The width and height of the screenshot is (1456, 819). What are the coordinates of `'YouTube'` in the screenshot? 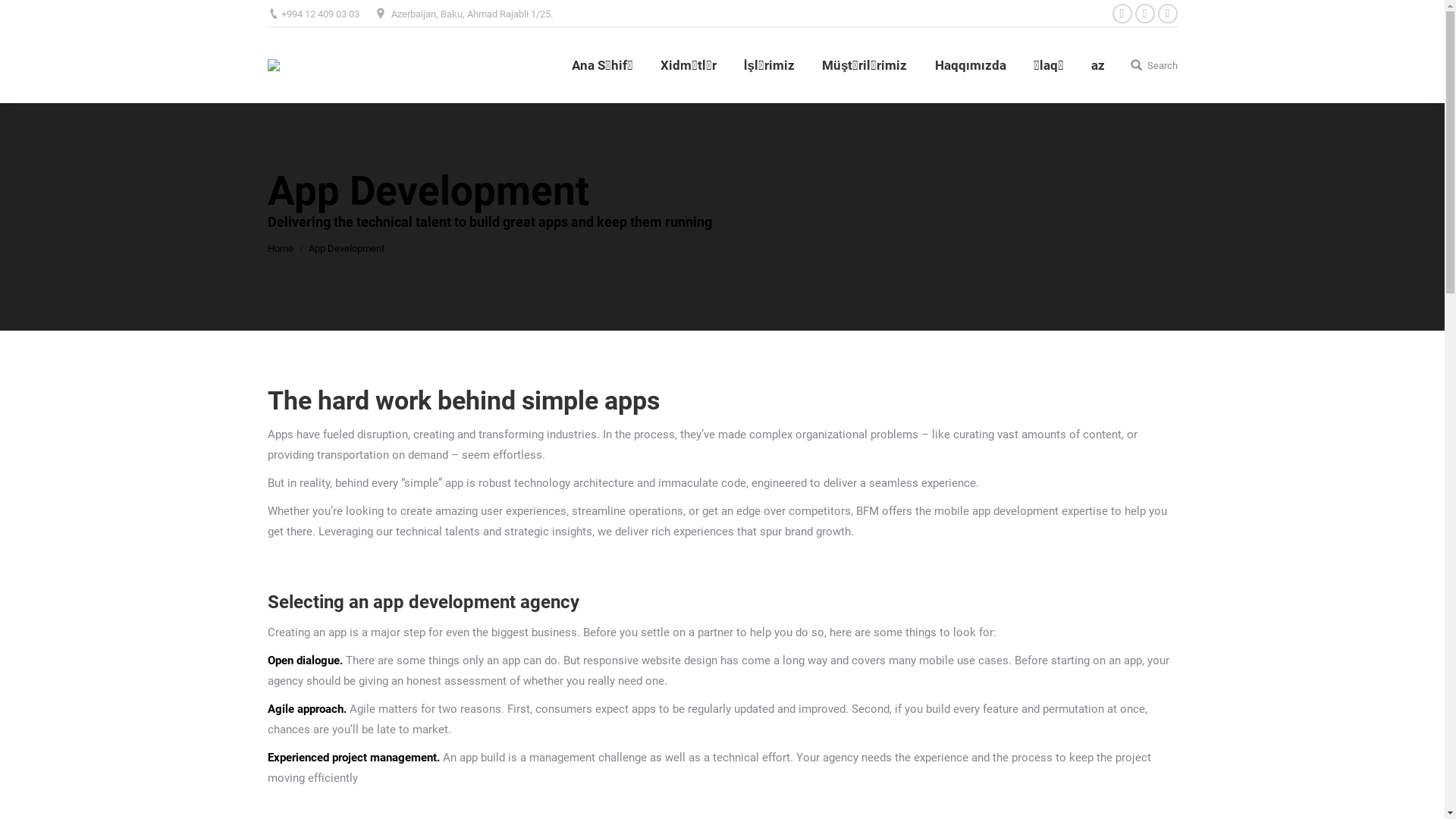 It's located at (1166, 14).